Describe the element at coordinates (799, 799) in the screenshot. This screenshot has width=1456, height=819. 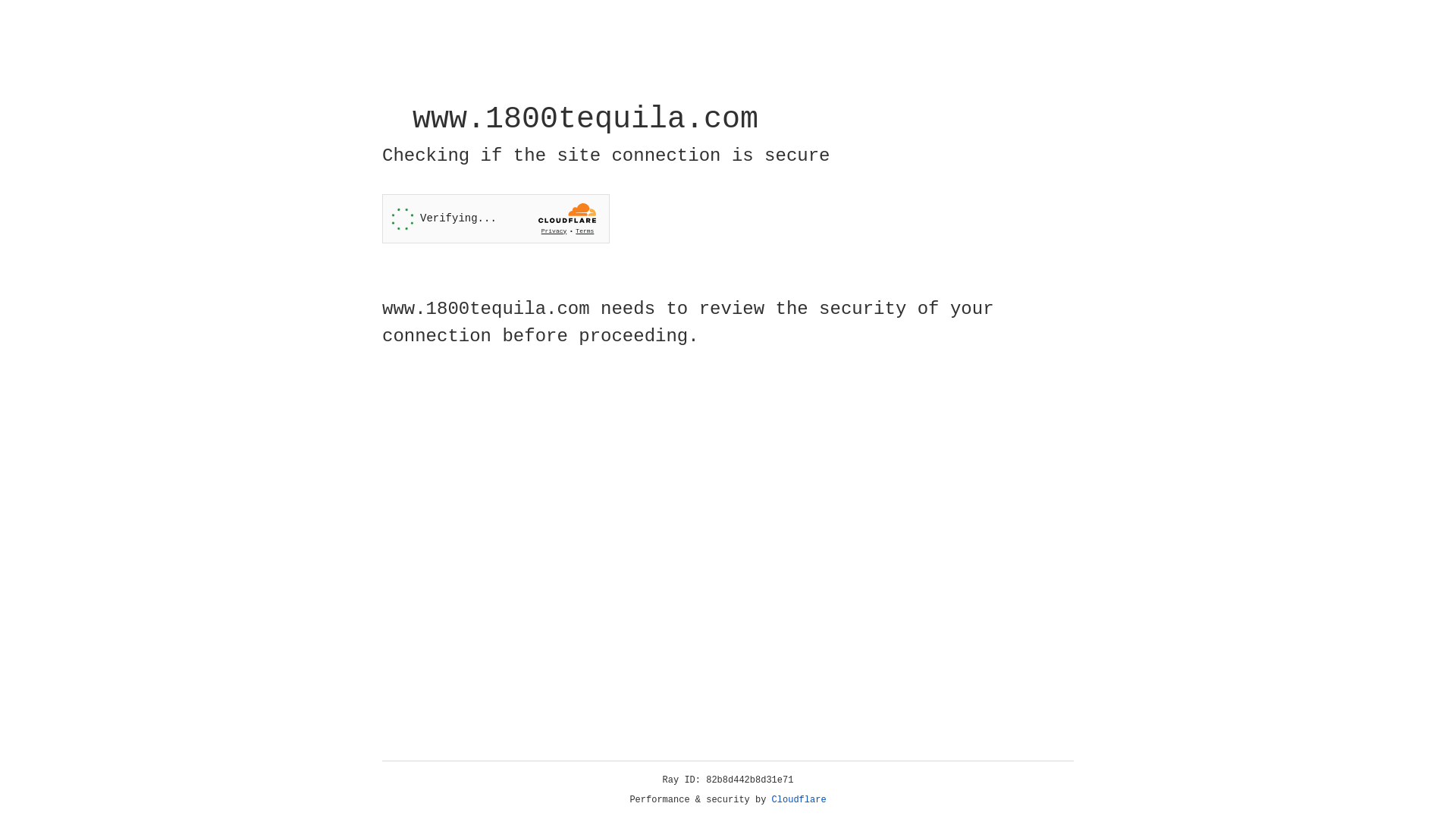
I see `'Cloudflare'` at that location.